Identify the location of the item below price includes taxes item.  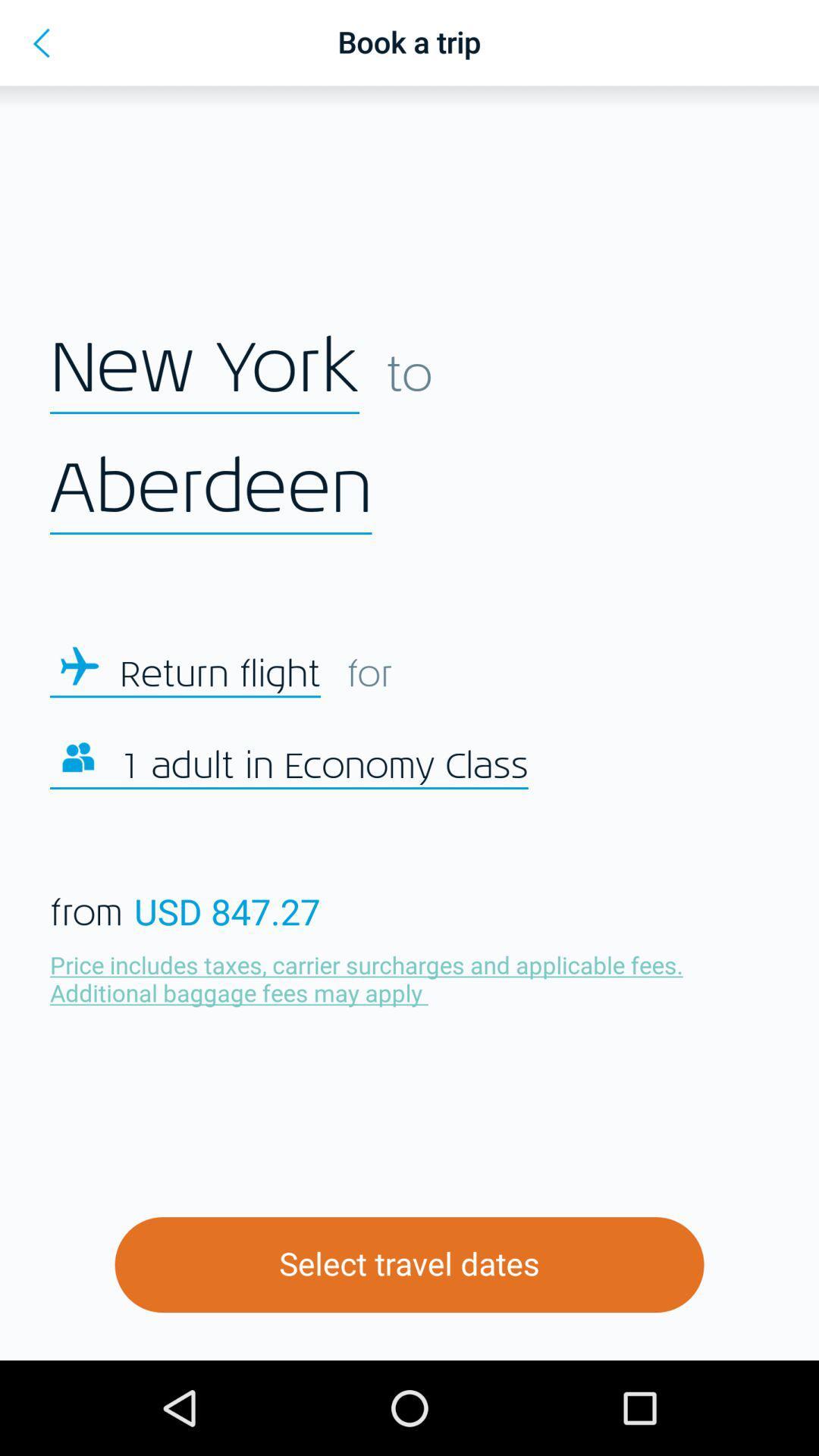
(409, 1265).